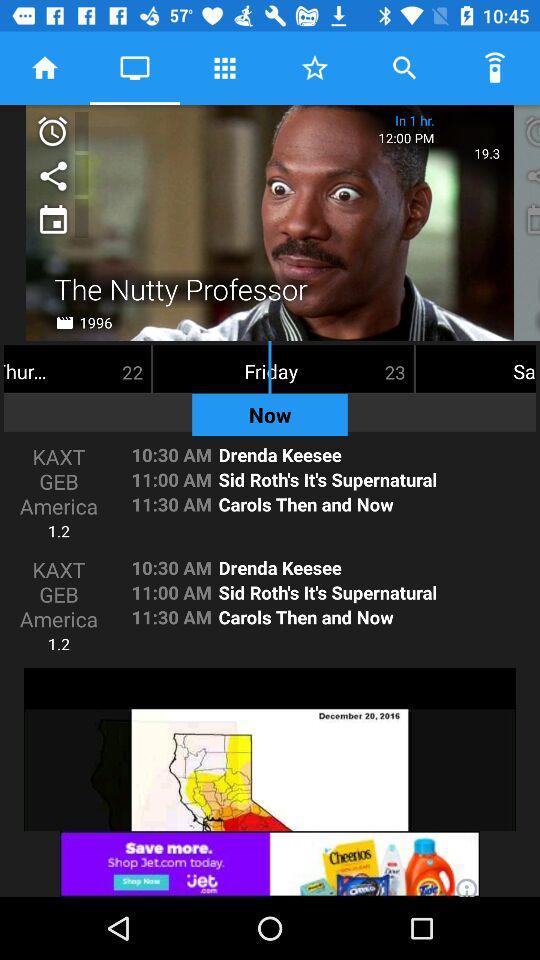 The height and width of the screenshot is (960, 540). Describe the element at coordinates (52, 173) in the screenshot. I see `the share icon` at that location.